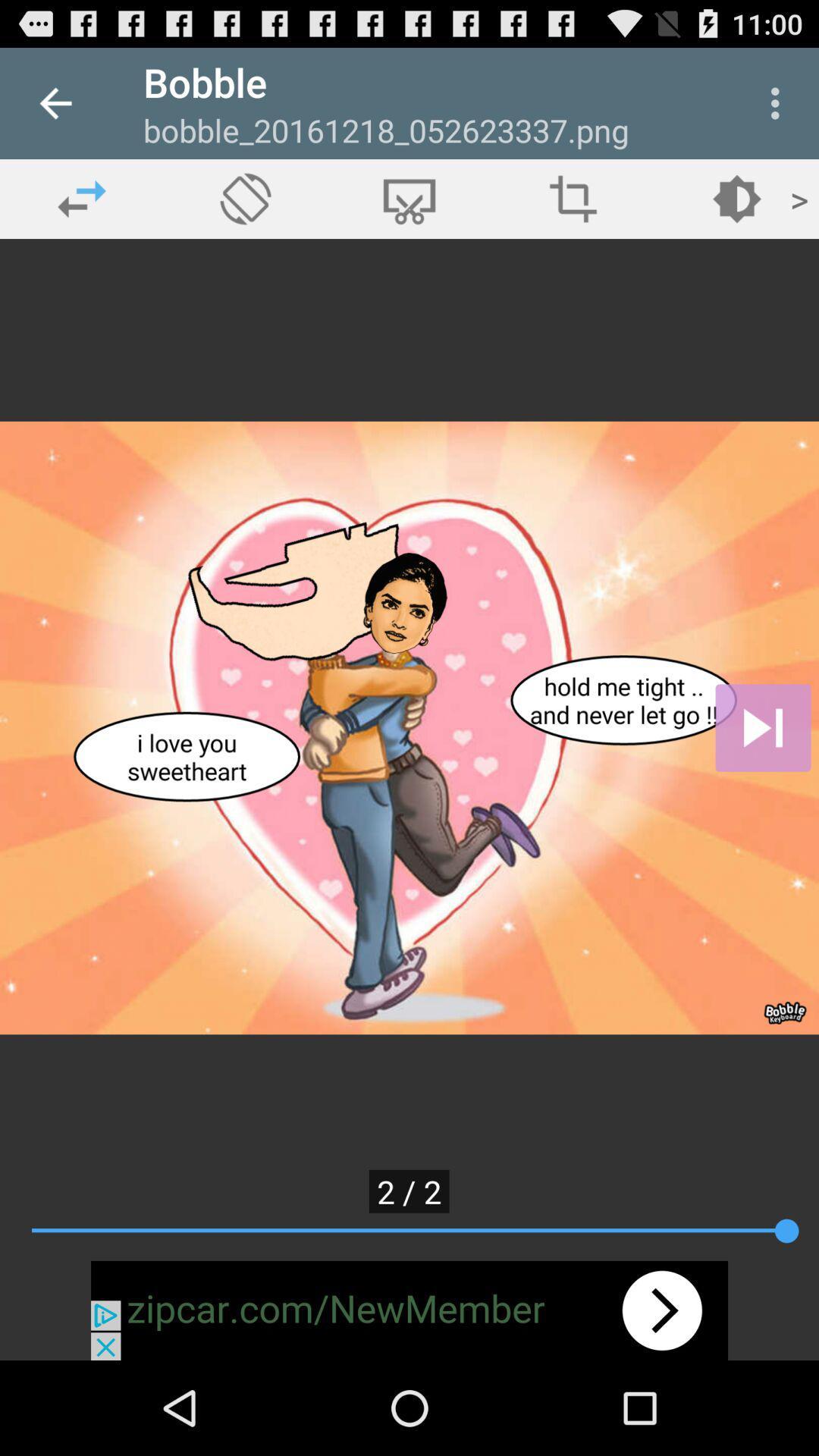 This screenshot has width=819, height=1456. What do you see at coordinates (573, 198) in the screenshot?
I see `an area` at bounding box center [573, 198].